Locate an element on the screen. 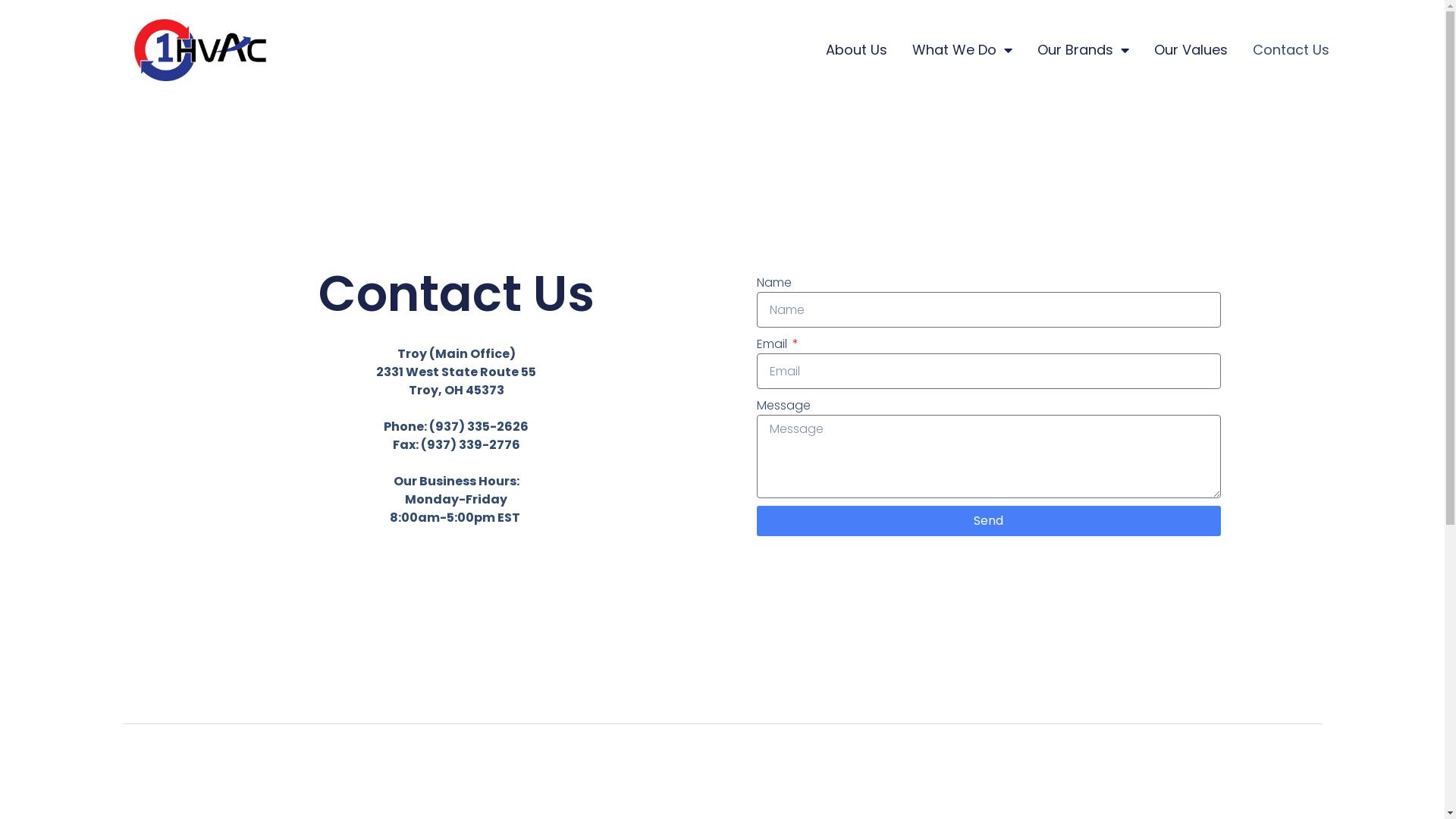 This screenshot has width=1456, height=819. 'Our Brands' is located at coordinates (1082, 49).